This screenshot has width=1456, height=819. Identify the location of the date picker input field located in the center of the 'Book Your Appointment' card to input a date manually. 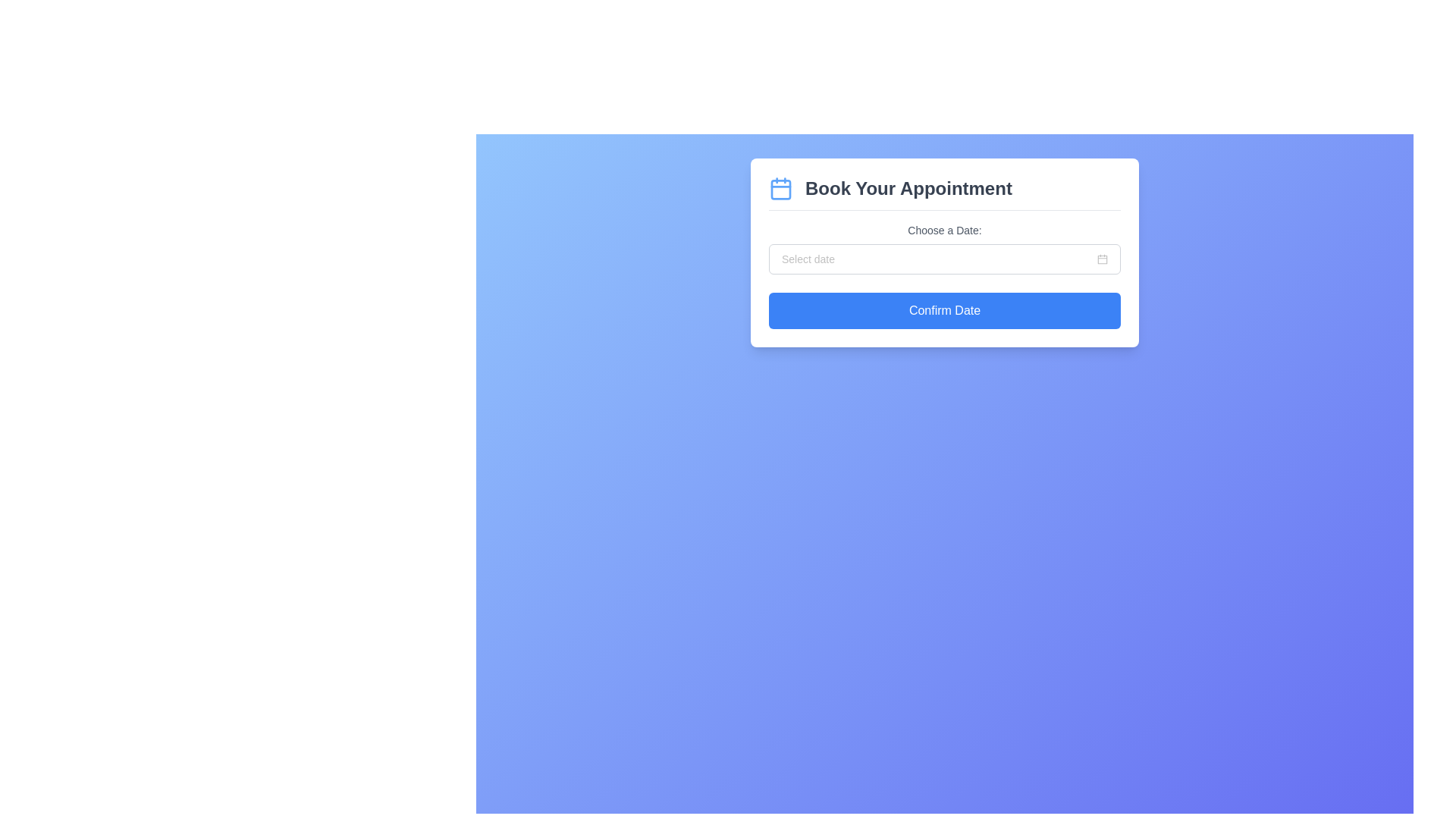
(944, 259).